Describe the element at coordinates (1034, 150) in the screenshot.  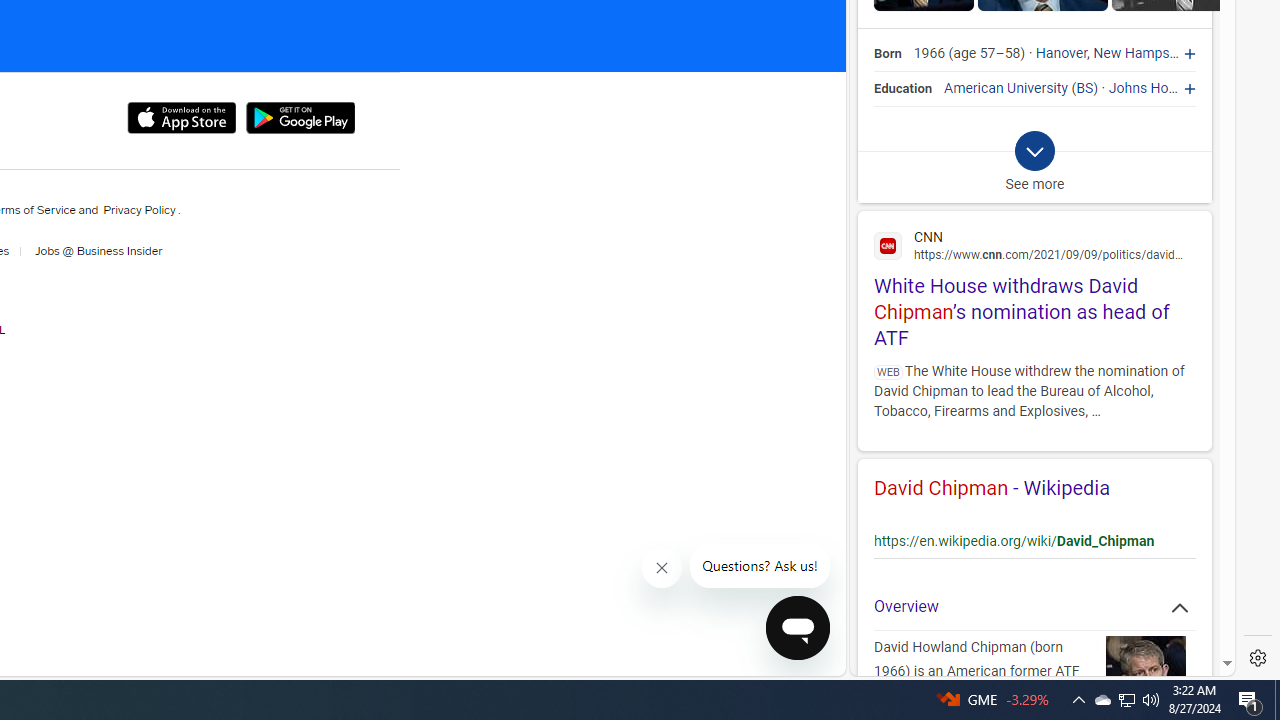
I see `'Class: b_exp_chevron_svg b_expmob_chev'` at that location.